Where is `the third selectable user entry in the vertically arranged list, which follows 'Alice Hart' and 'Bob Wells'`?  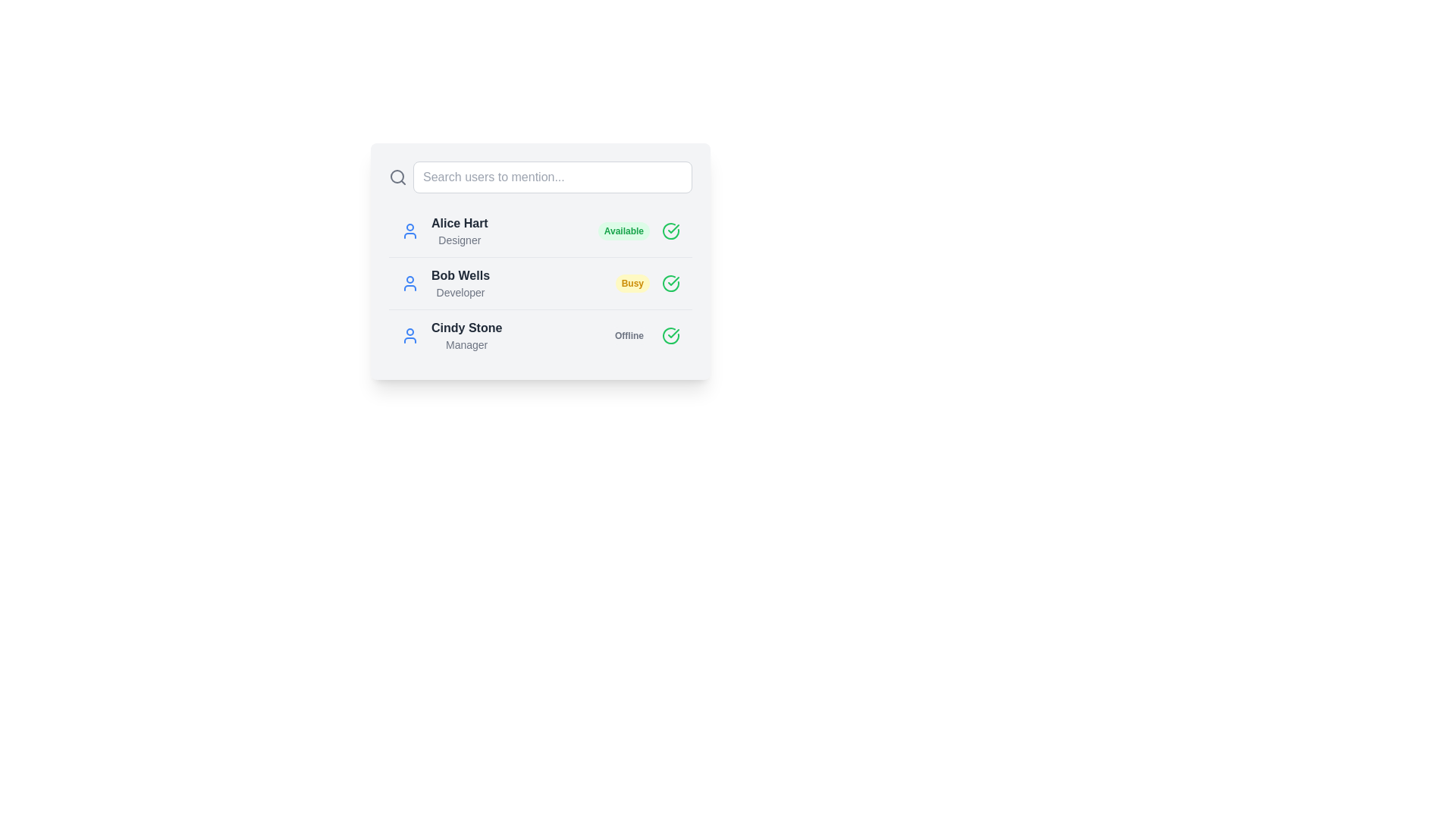 the third selectable user entry in the vertically arranged list, which follows 'Alice Hart' and 'Bob Wells' is located at coordinates (541, 334).